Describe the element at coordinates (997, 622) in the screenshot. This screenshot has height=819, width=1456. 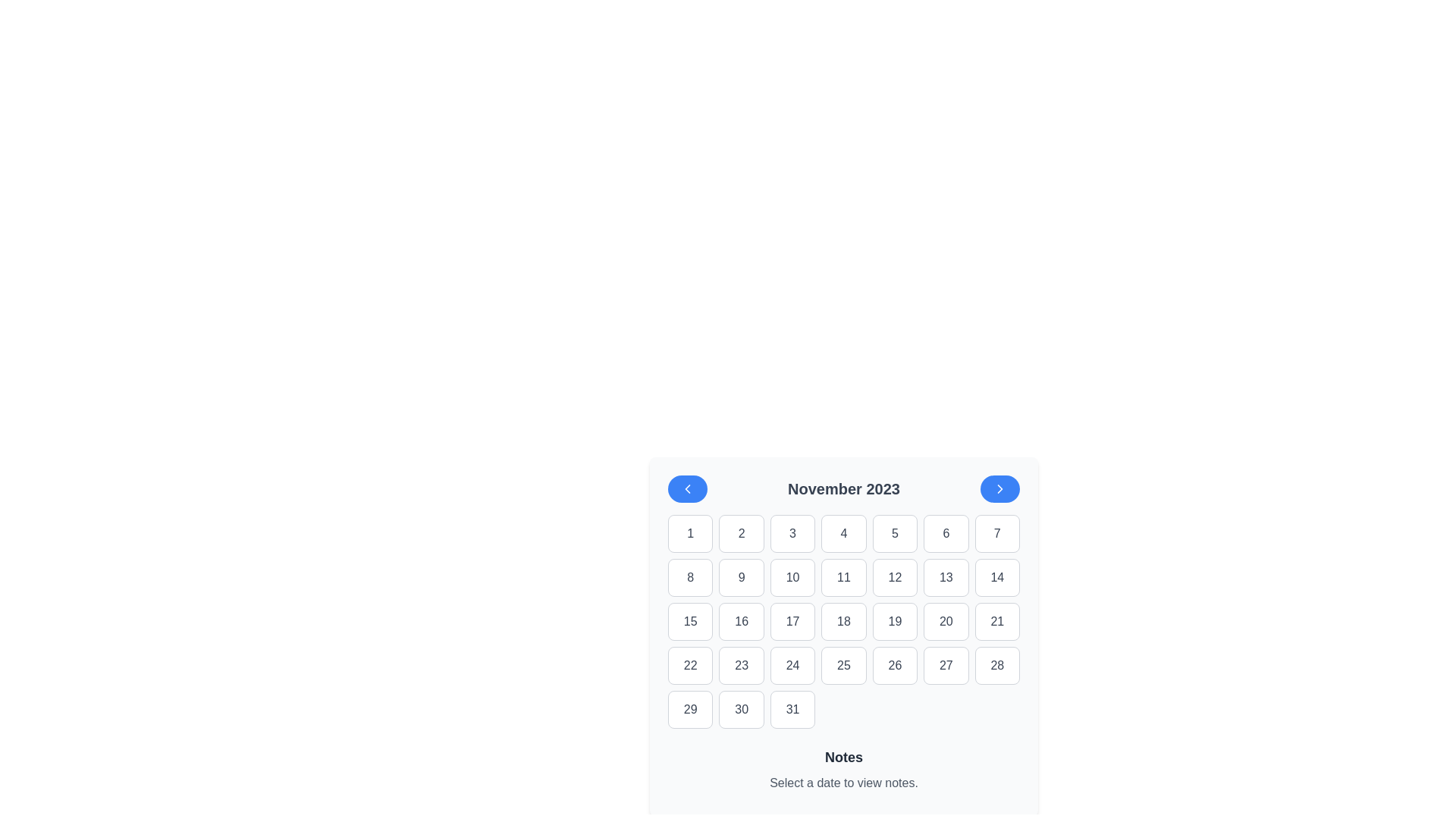
I see `the button in the calendar interface that allows the user` at that location.